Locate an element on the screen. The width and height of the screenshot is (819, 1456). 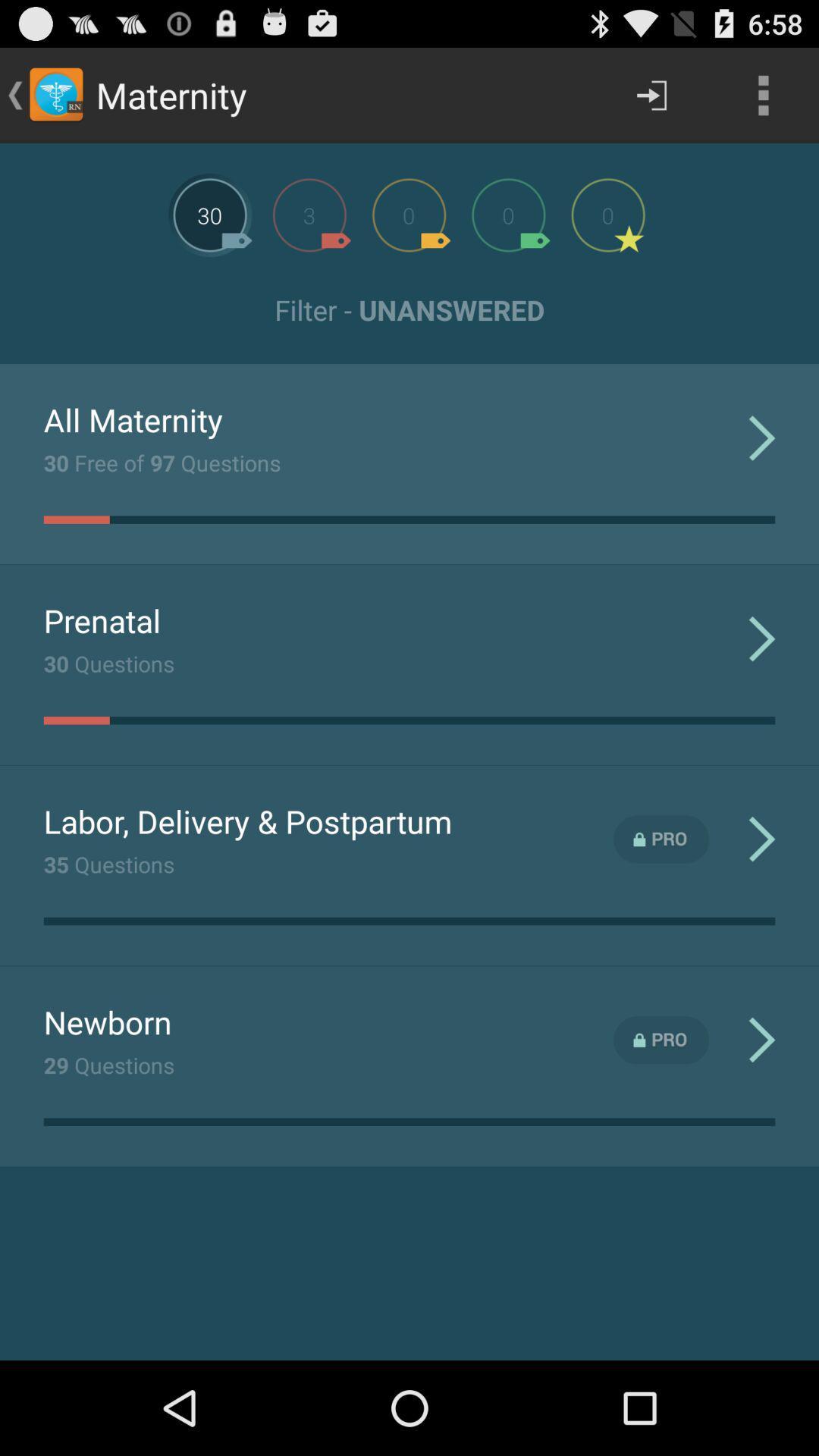
the second icon from the left is located at coordinates (309, 214).